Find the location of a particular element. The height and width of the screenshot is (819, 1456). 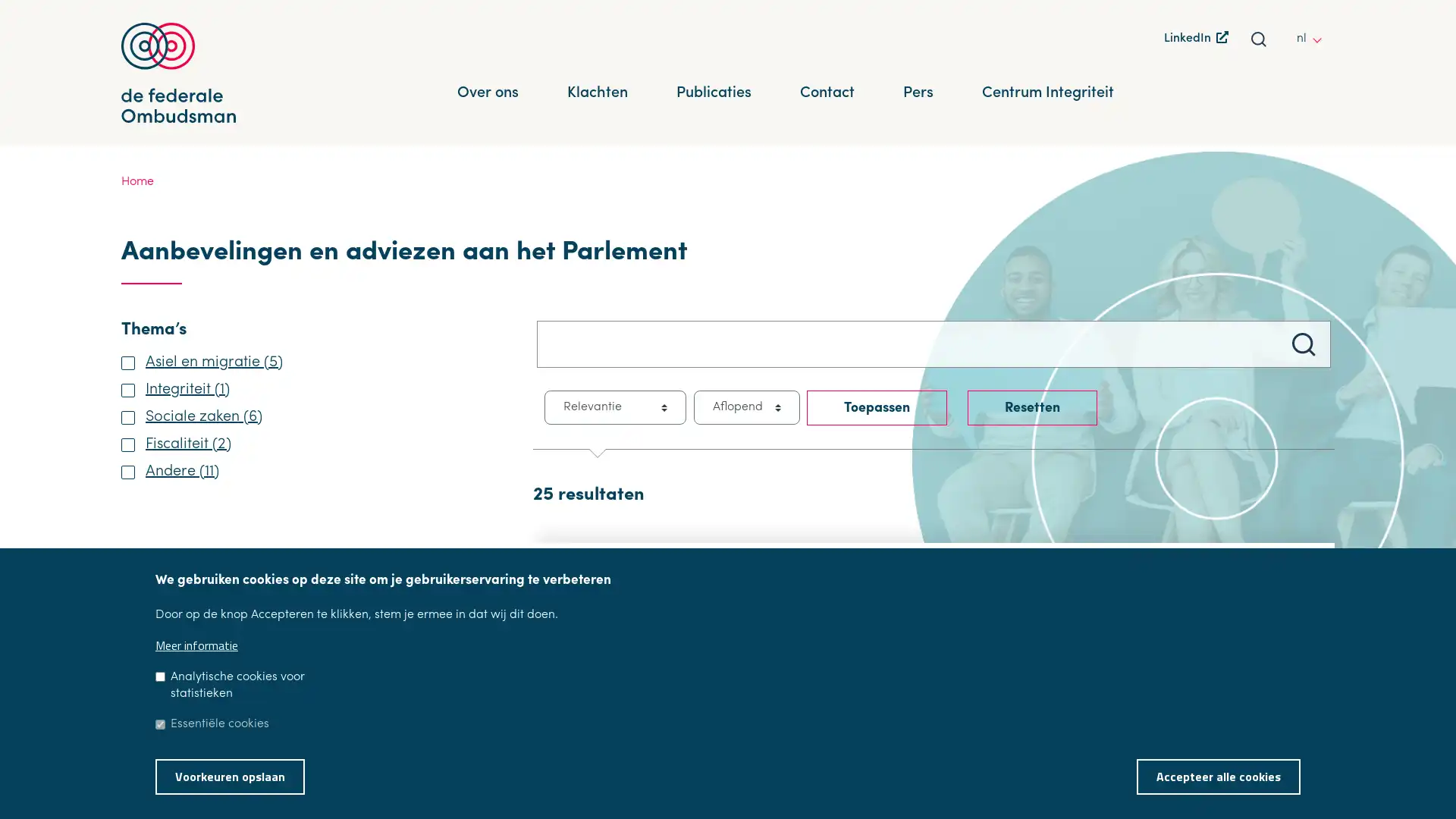

Accepteer alle cookies is located at coordinates (1219, 776).